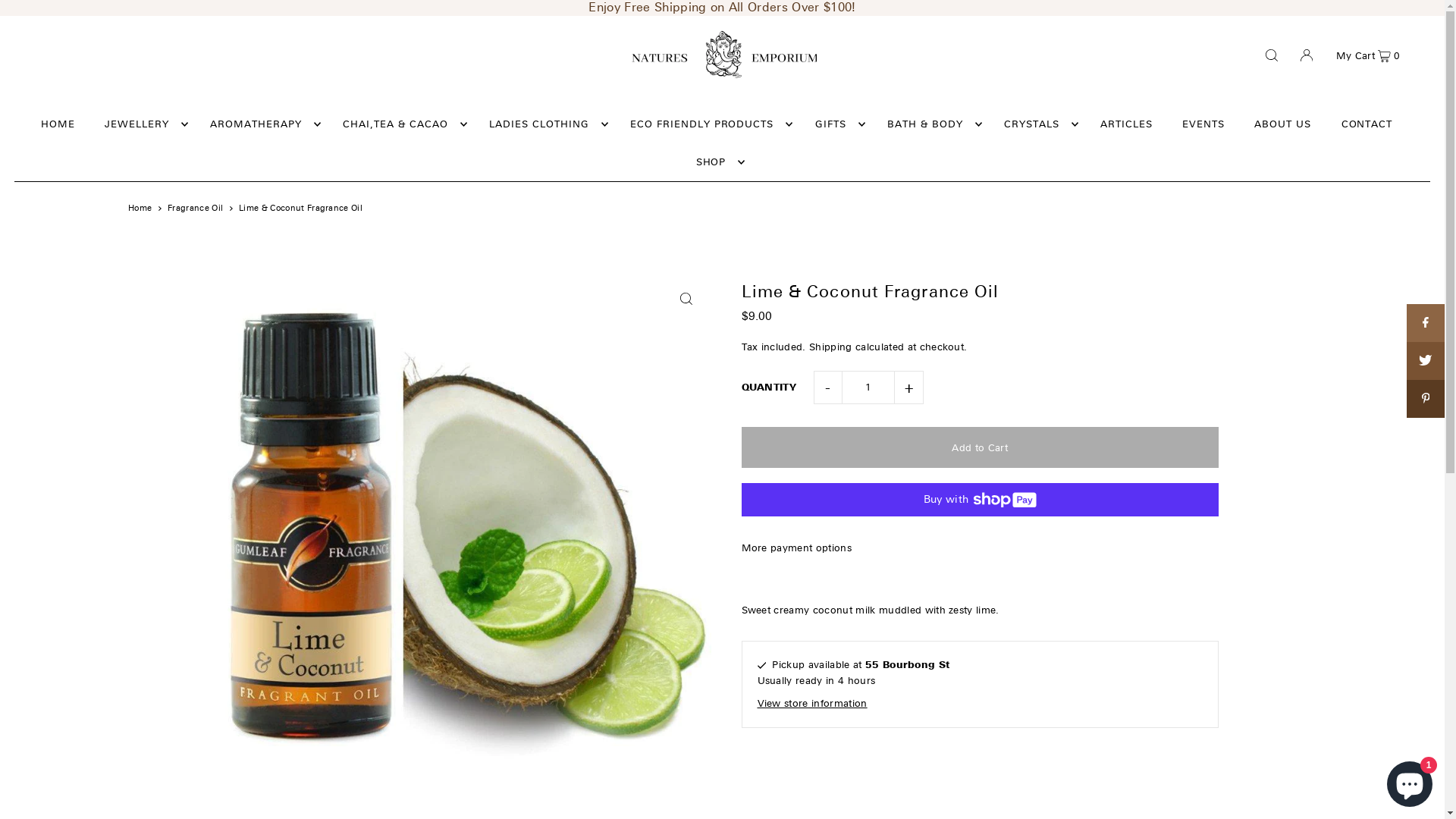 This screenshot has height=819, width=1456. I want to click on 'CONTACT', so click(1332, 124).